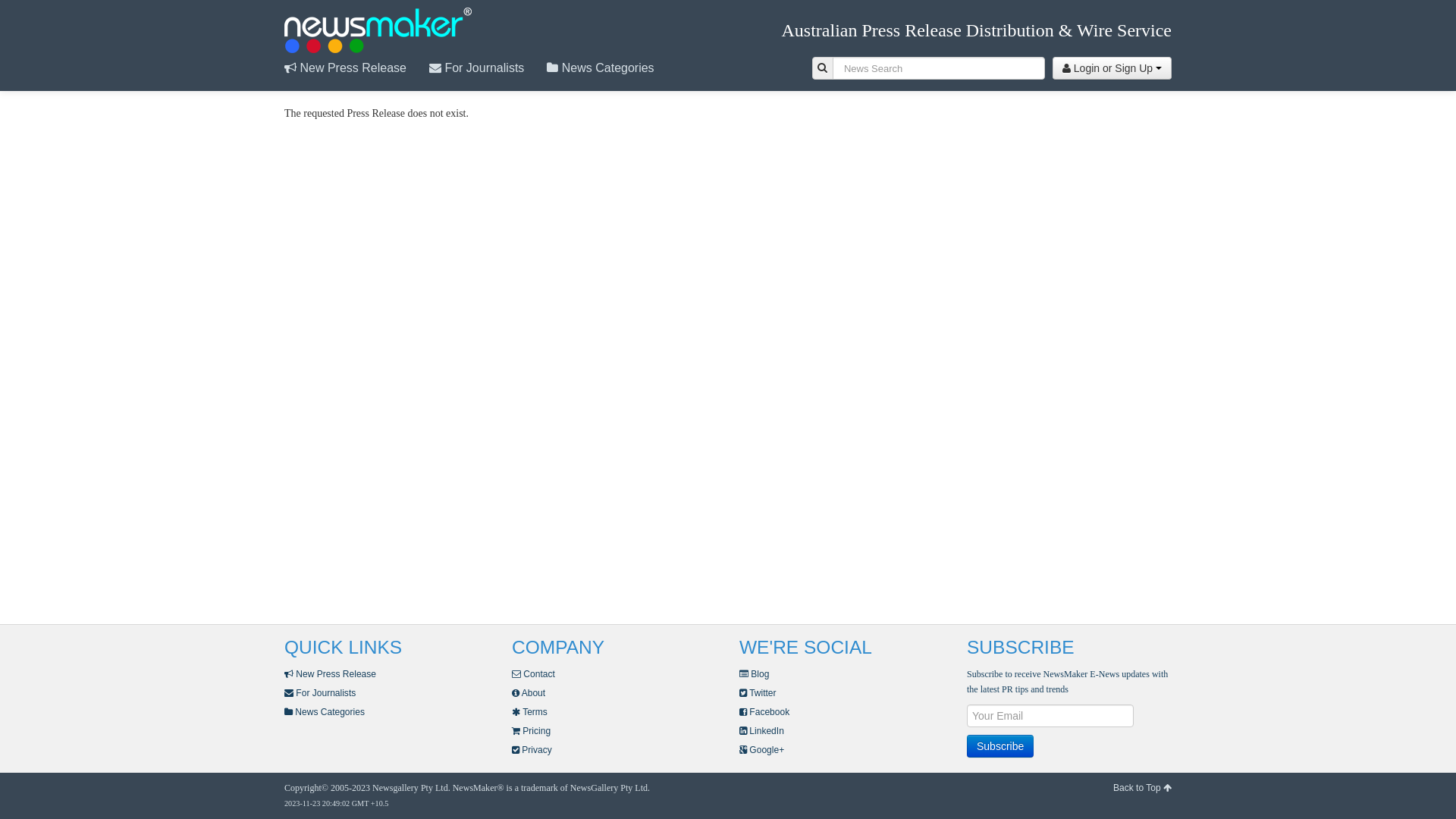 This screenshot has width=1456, height=819. Describe the element at coordinates (966, 745) in the screenshot. I see `'Subscribe'` at that location.